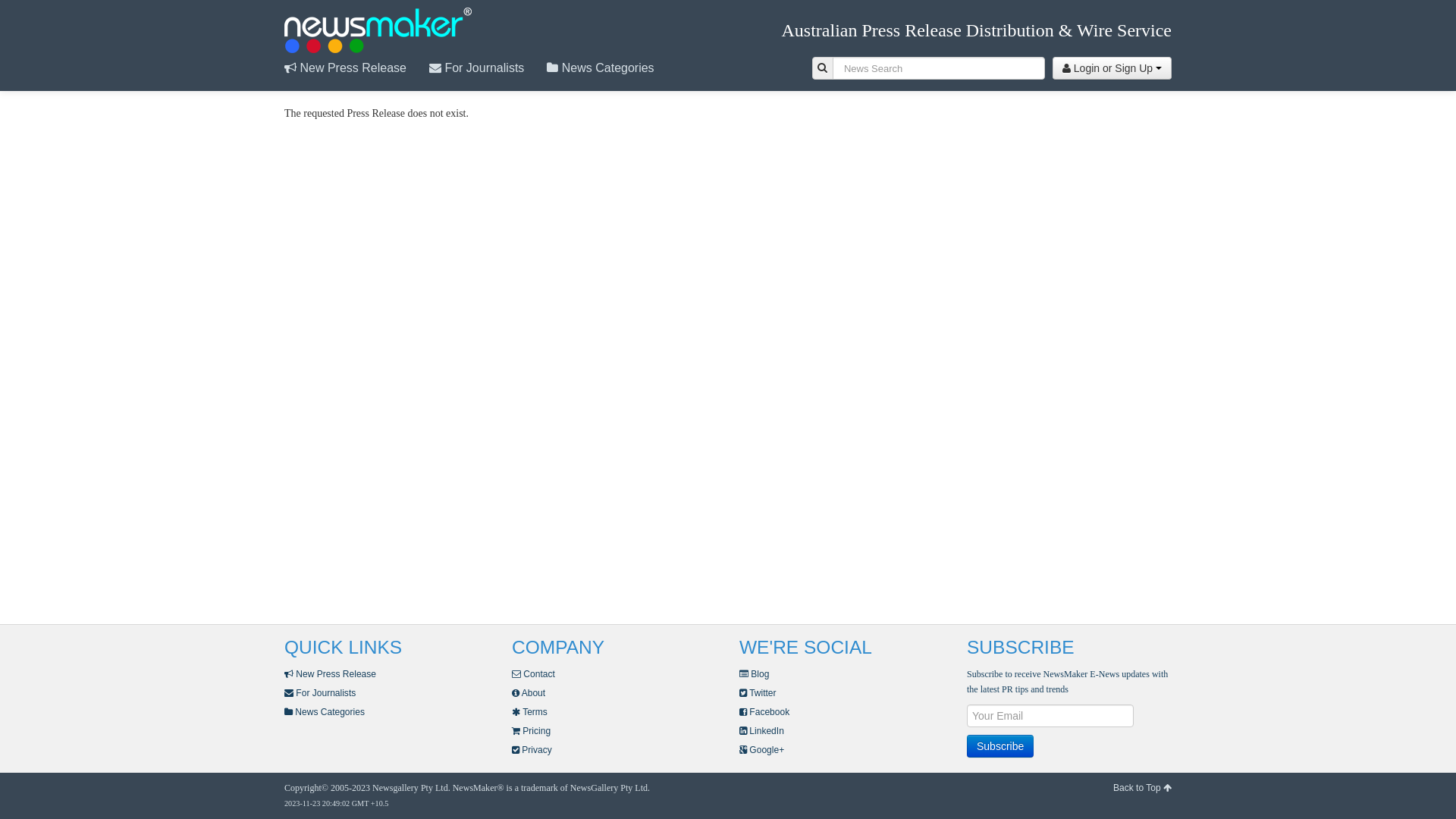 This screenshot has width=1456, height=819. Describe the element at coordinates (966, 745) in the screenshot. I see `'Subscribe'` at that location.